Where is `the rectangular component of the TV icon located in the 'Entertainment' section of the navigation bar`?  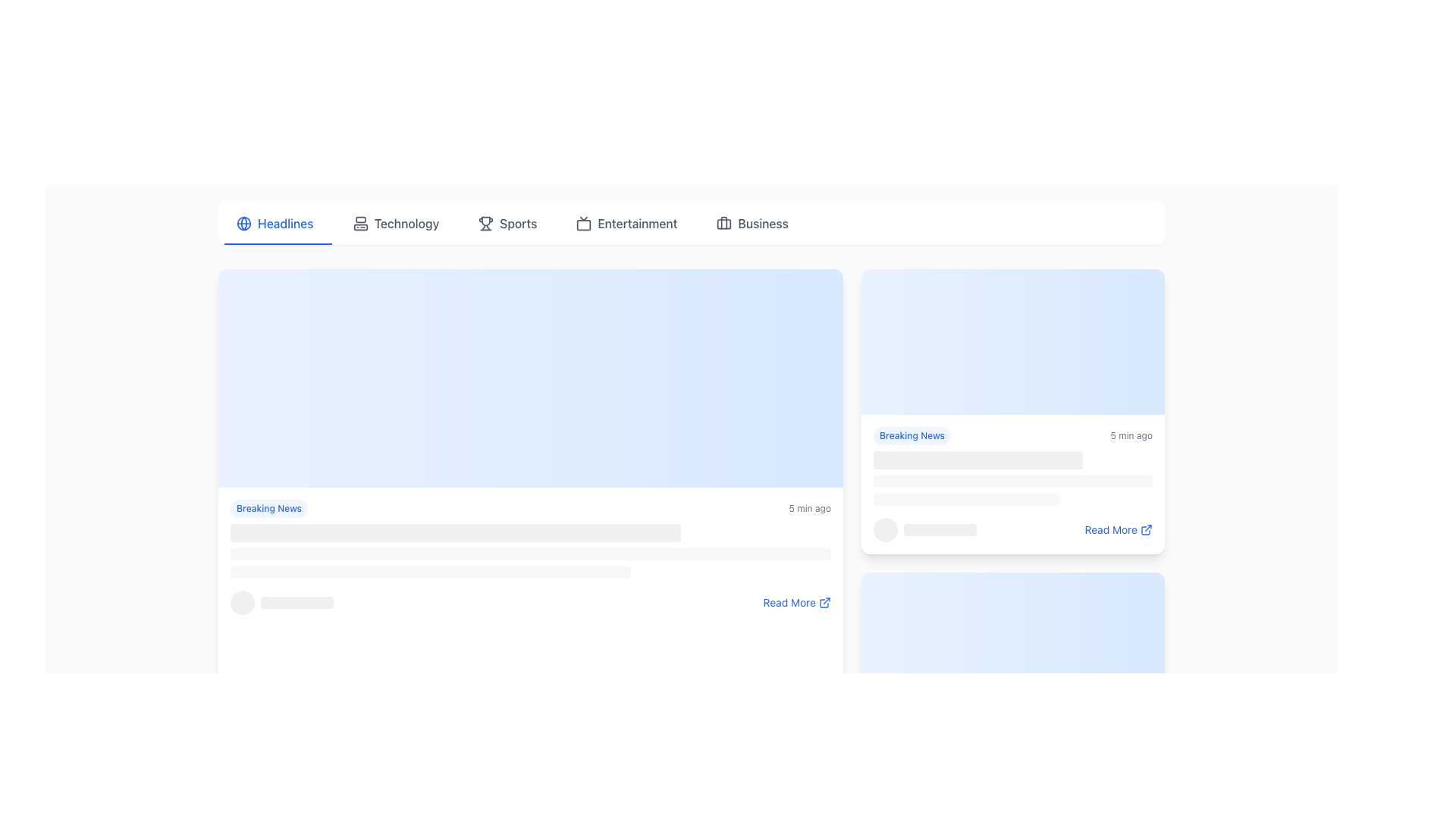 the rectangular component of the TV icon located in the 'Entertainment' section of the navigation bar is located at coordinates (583, 225).